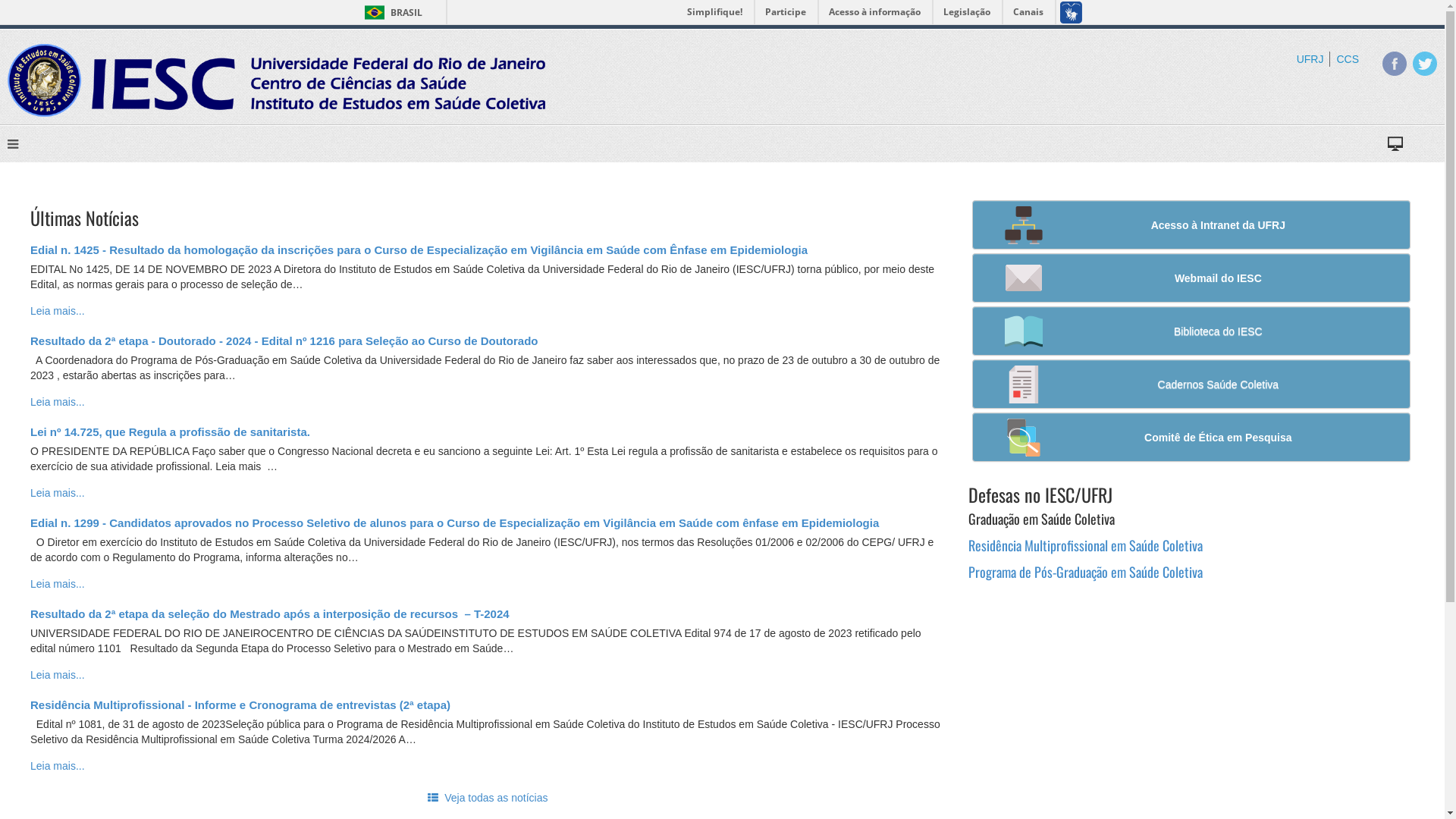 Image resolution: width=1456 pixels, height=819 pixels. I want to click on 'CCS', so click(1347, 58).